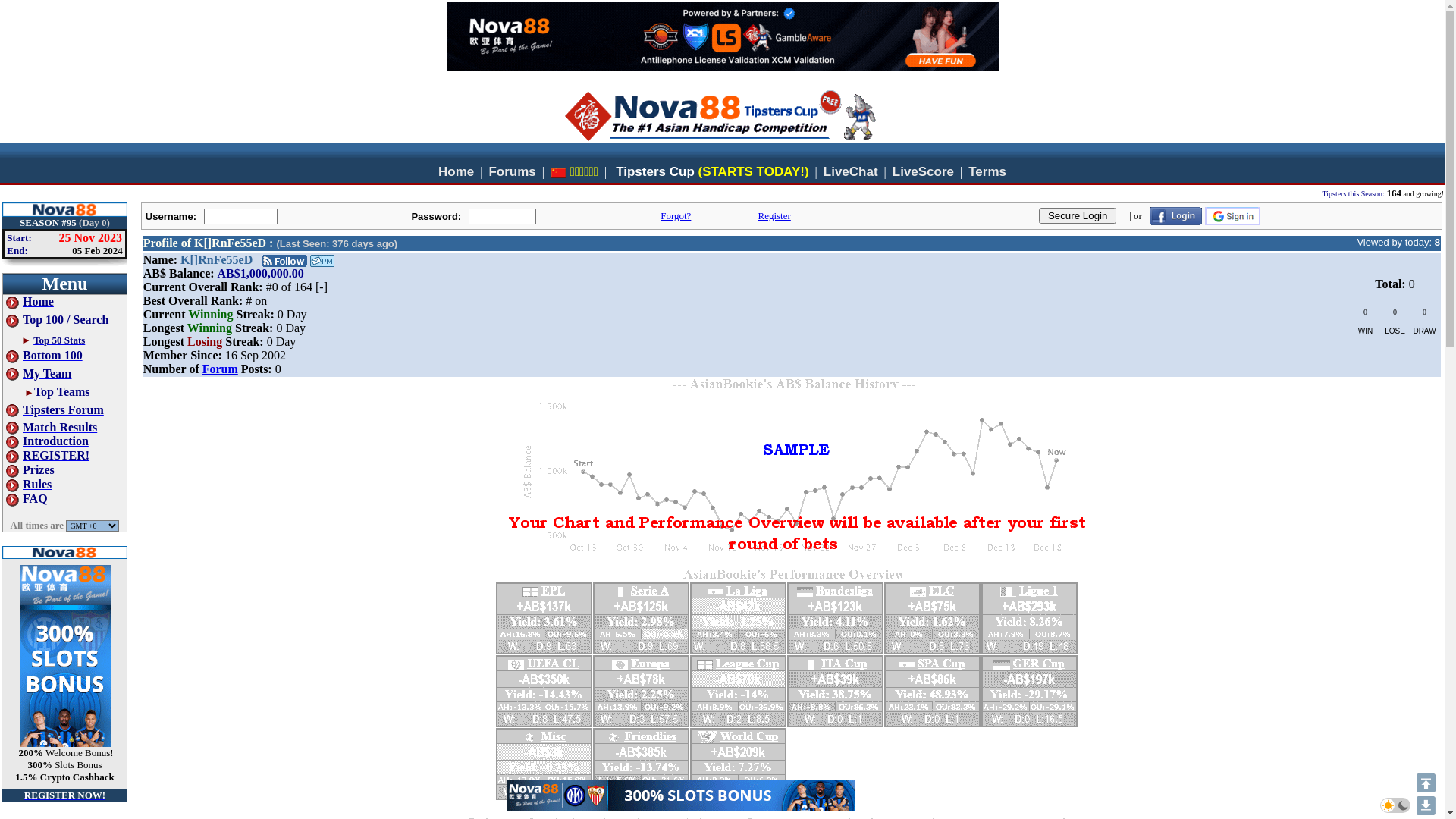 The image size is (1456, 819). Describe the element at coordinates (47, 454) in the screenshot. I see `'REGISTER!'` at that location.